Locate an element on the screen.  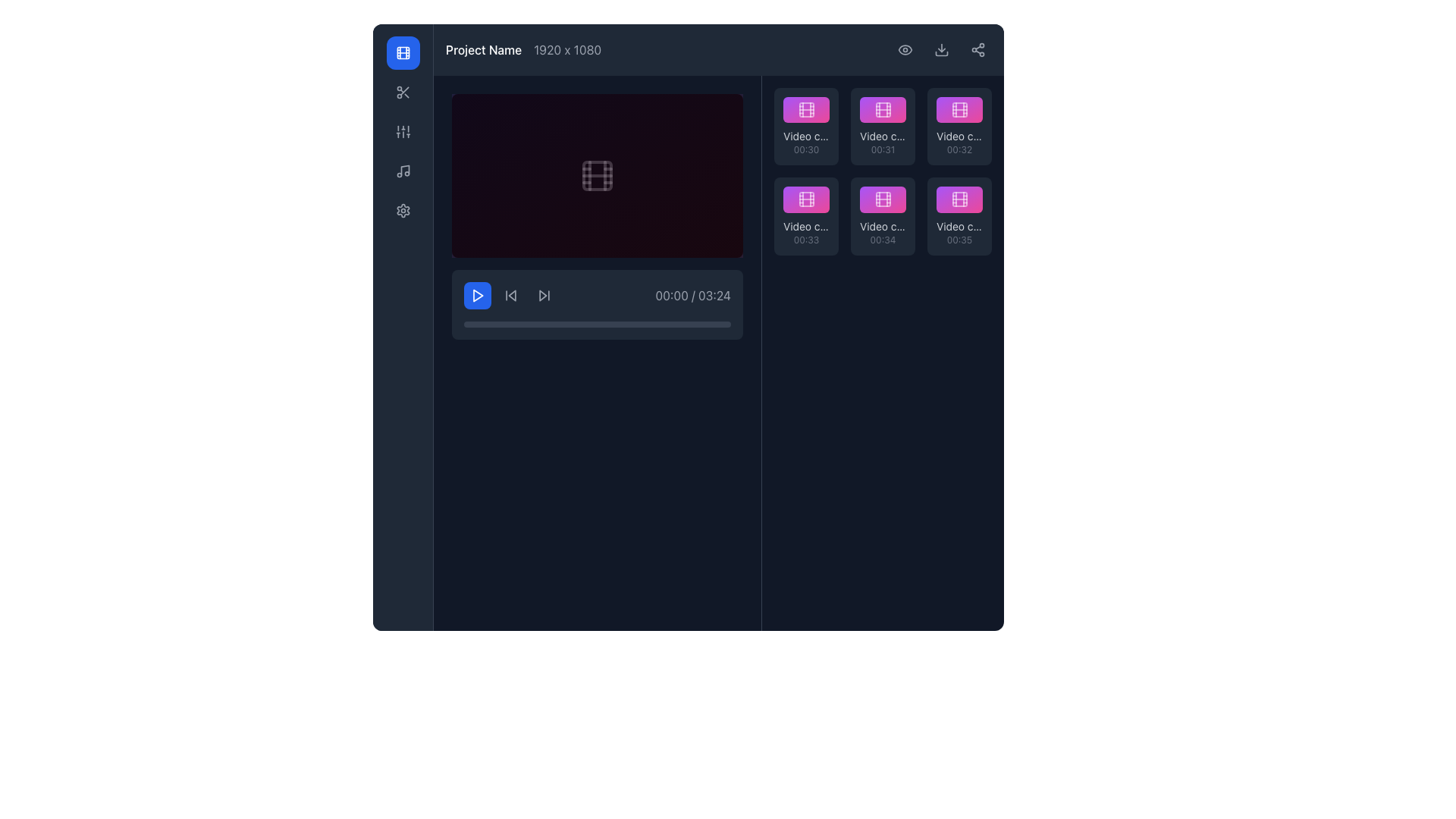
the filmstrip icon button located in the top-left corner of the interface is located at coordinates (403, 52).